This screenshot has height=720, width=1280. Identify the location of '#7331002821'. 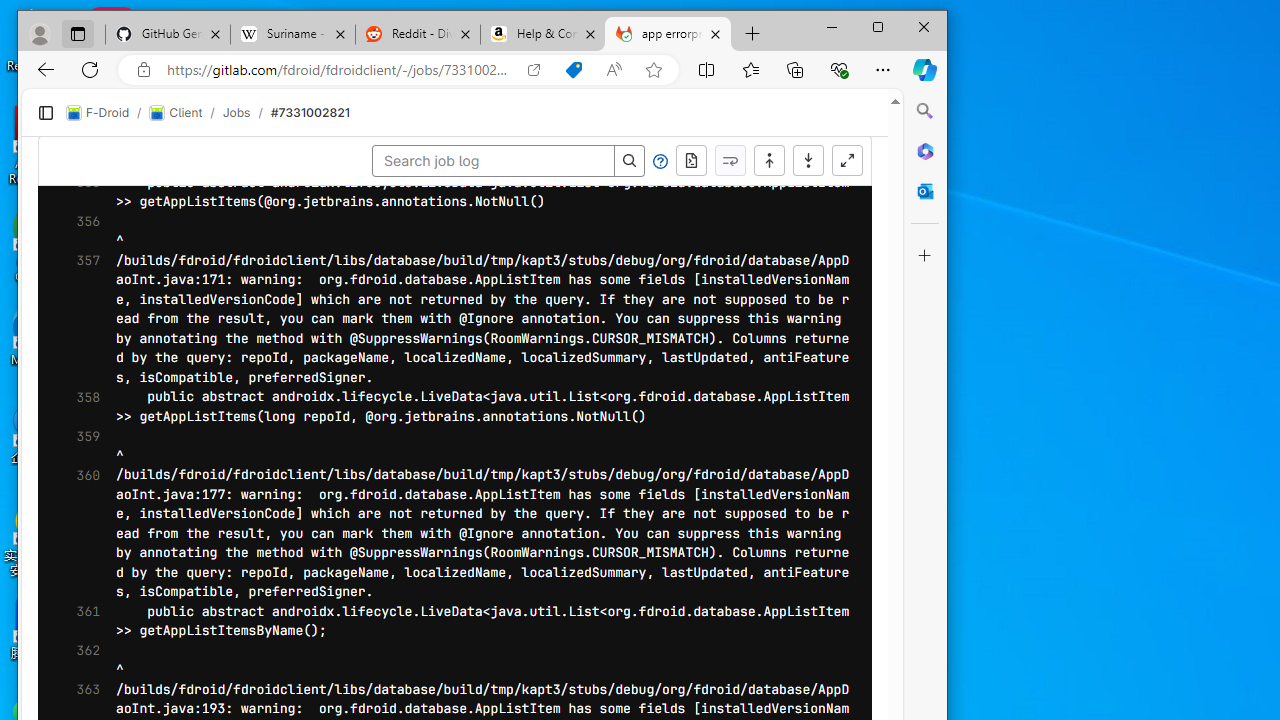
(308, 113).